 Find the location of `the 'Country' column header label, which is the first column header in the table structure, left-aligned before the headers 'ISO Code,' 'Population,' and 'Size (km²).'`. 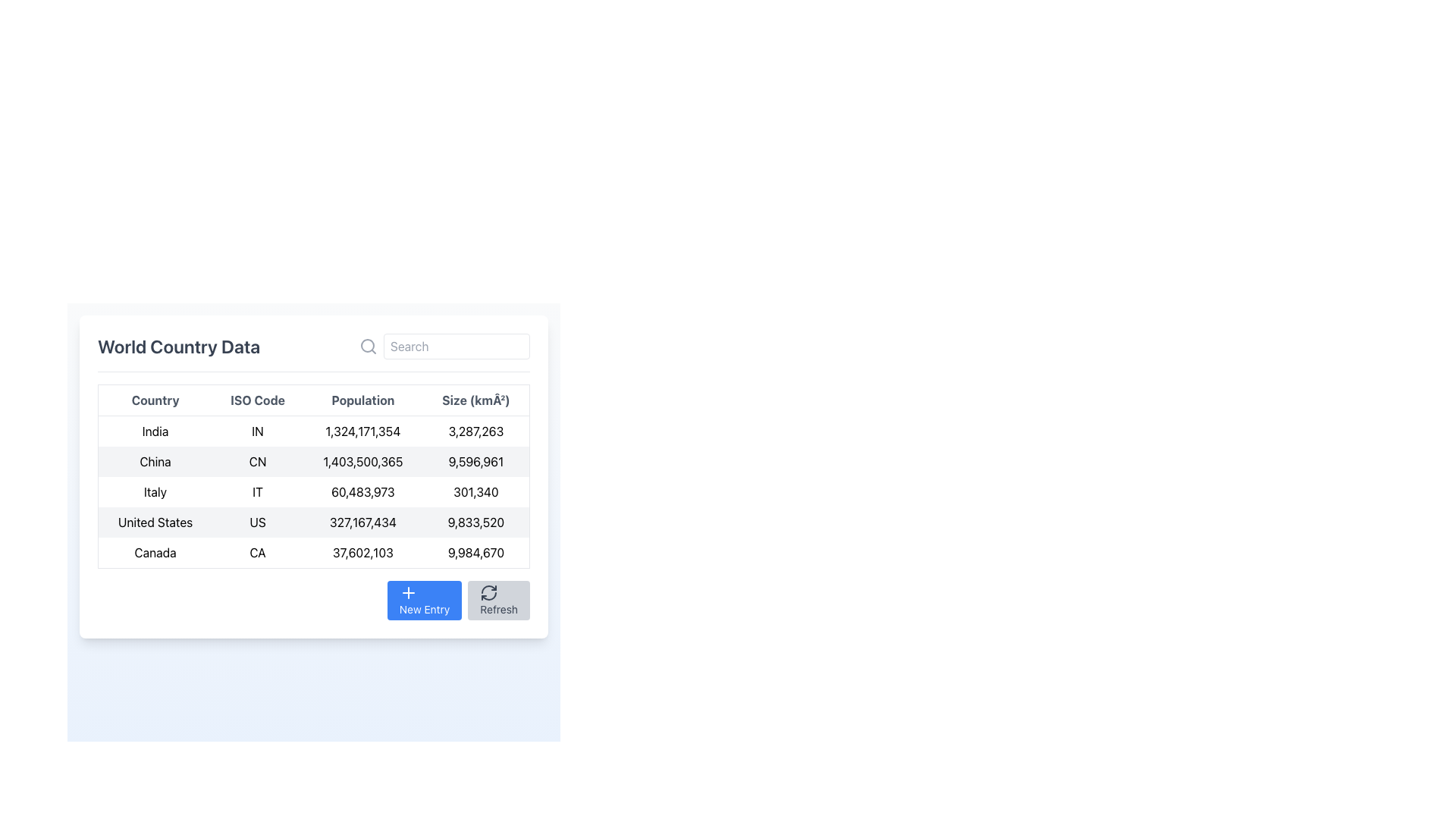

the 'Country' column header label, which is the first column header in the table structure, left-aligned before the headers 'ISO Code,' 'Population,' and 'Size (km²).' is located at coordinates (155, 400).